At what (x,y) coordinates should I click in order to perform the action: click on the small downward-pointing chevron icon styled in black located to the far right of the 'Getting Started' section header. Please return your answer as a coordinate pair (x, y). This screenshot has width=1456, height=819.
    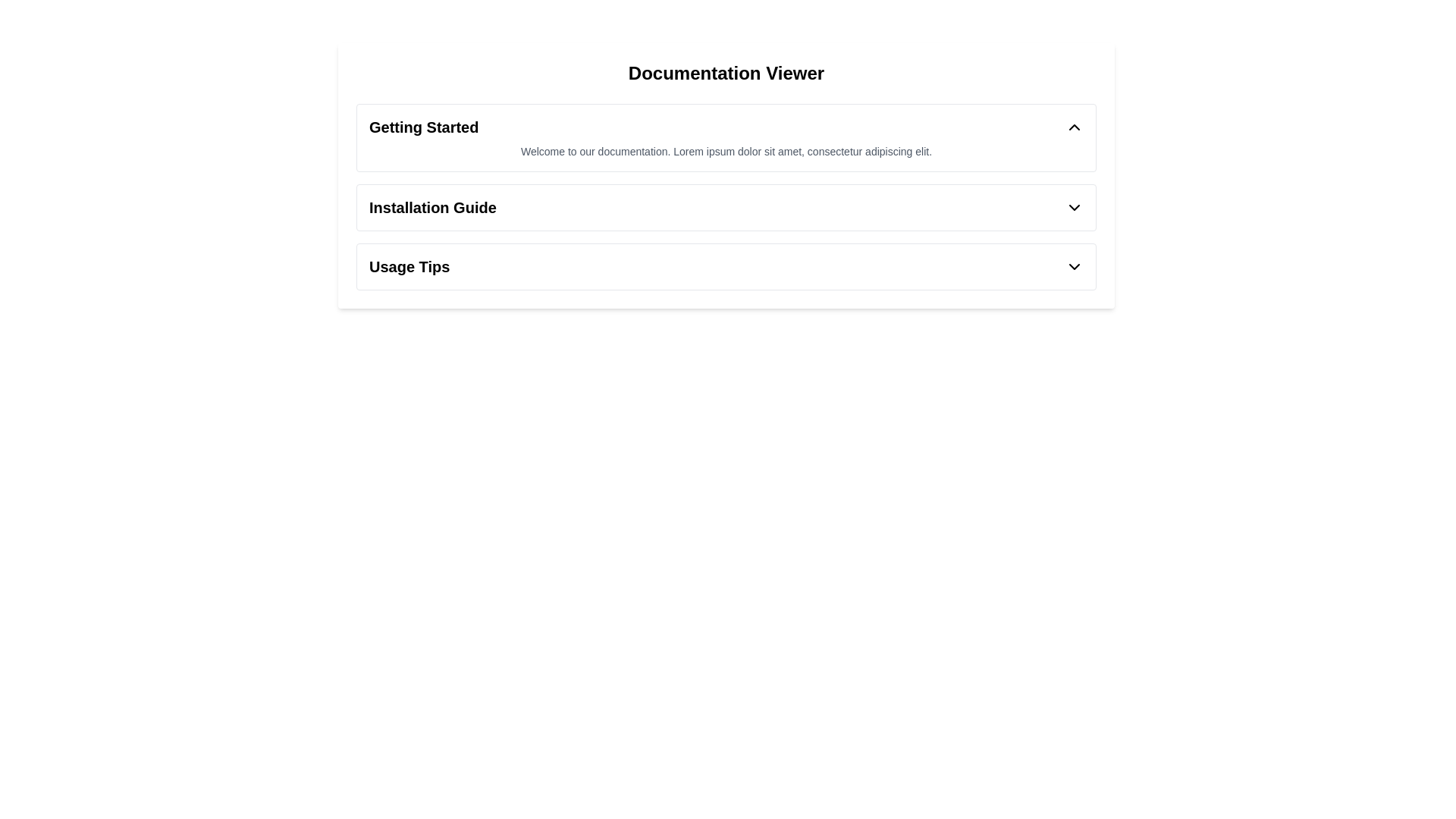
    Looking at the image, I should click on (1073, 127).